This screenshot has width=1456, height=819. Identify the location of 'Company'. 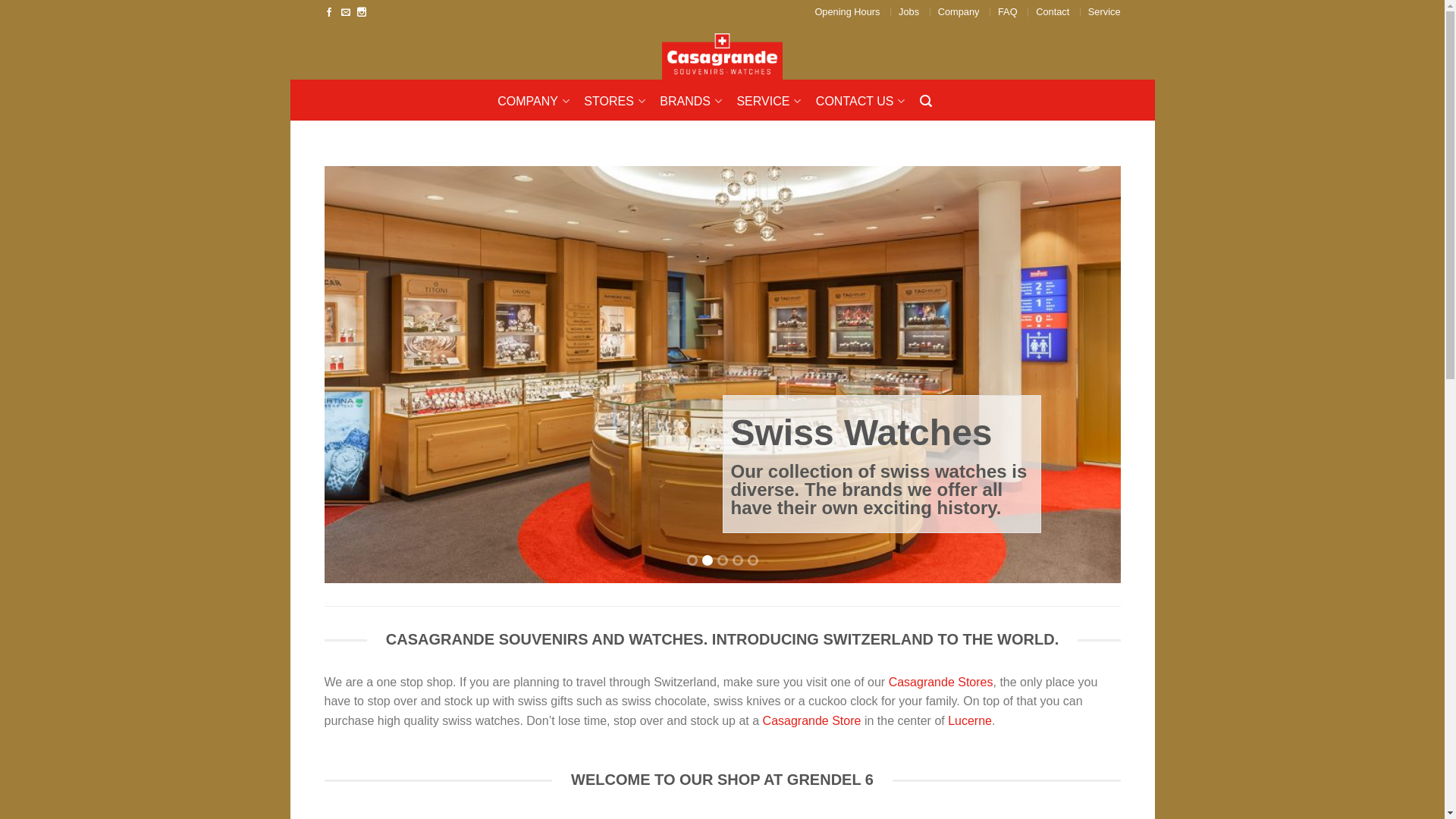
(937, 11).